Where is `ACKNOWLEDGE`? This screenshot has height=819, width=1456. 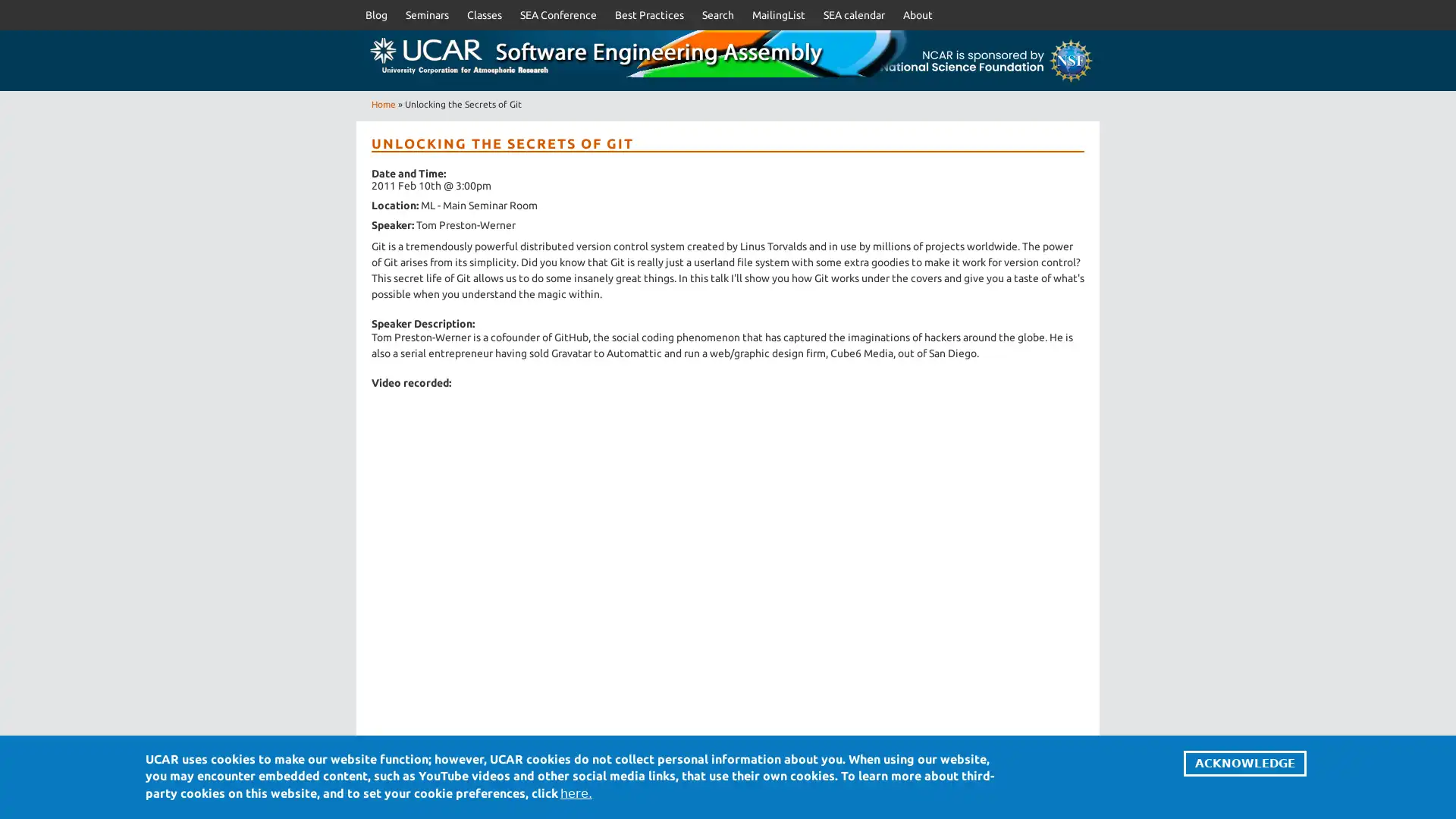 ACKNOWLEDGE is located at coordinates (1244, 763).